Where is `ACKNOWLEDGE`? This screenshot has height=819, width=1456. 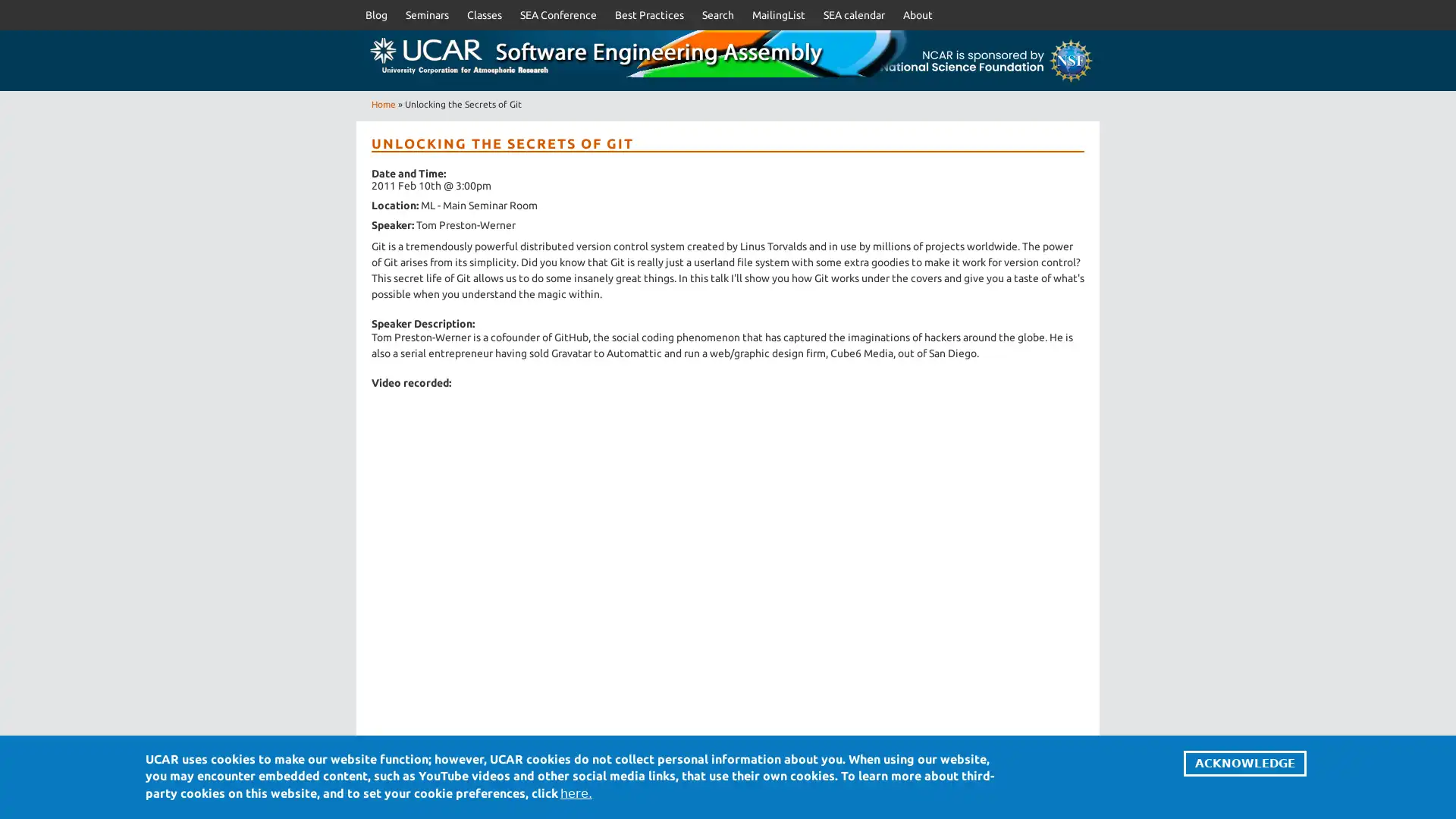 ACKNOWLEDGE is located at coordinates (1244, 763).